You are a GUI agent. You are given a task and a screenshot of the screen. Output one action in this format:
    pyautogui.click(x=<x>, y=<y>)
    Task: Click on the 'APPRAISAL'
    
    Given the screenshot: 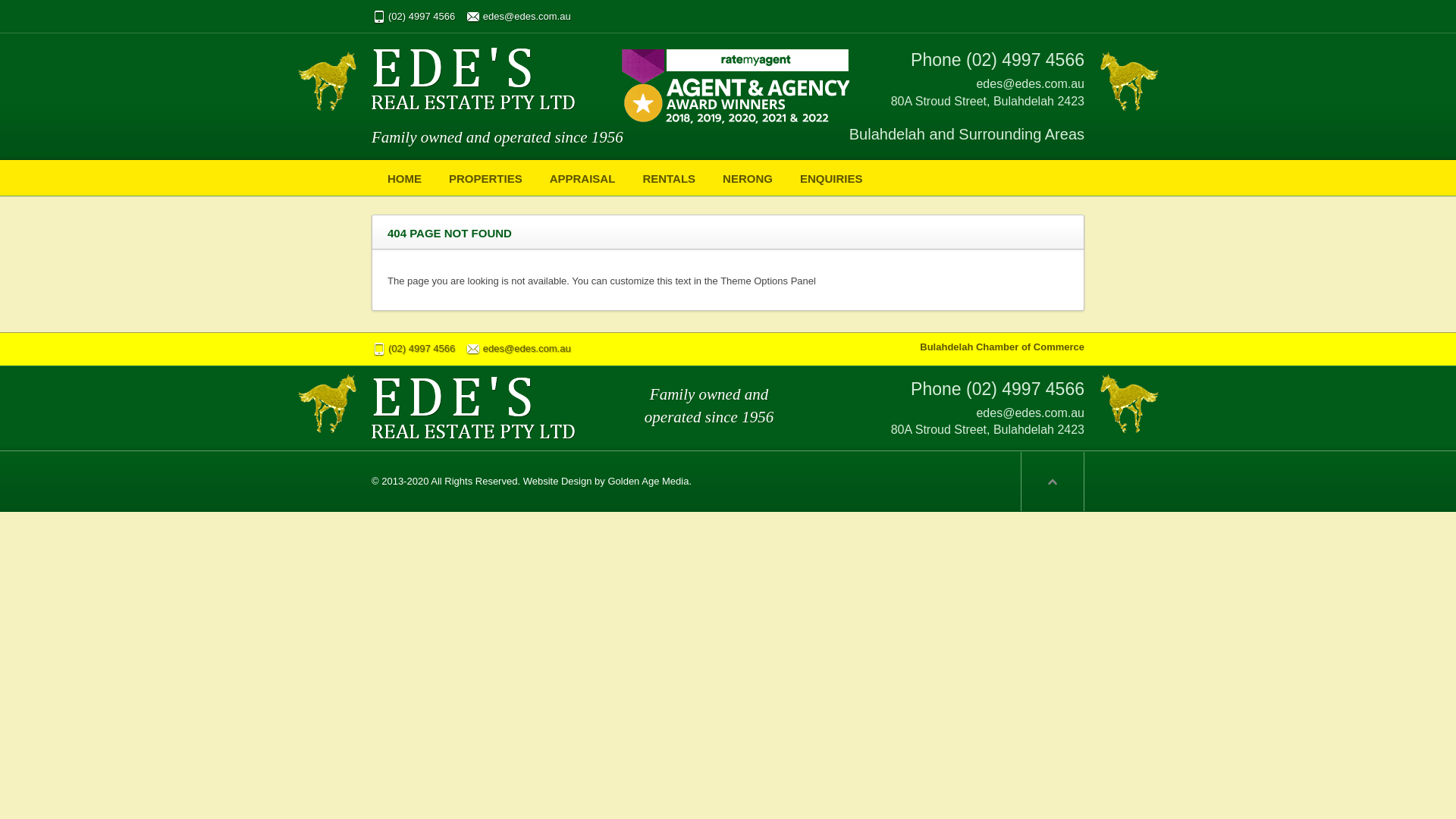 What is the action you would take?
    pyautogui.click(x=582, y=177)
    